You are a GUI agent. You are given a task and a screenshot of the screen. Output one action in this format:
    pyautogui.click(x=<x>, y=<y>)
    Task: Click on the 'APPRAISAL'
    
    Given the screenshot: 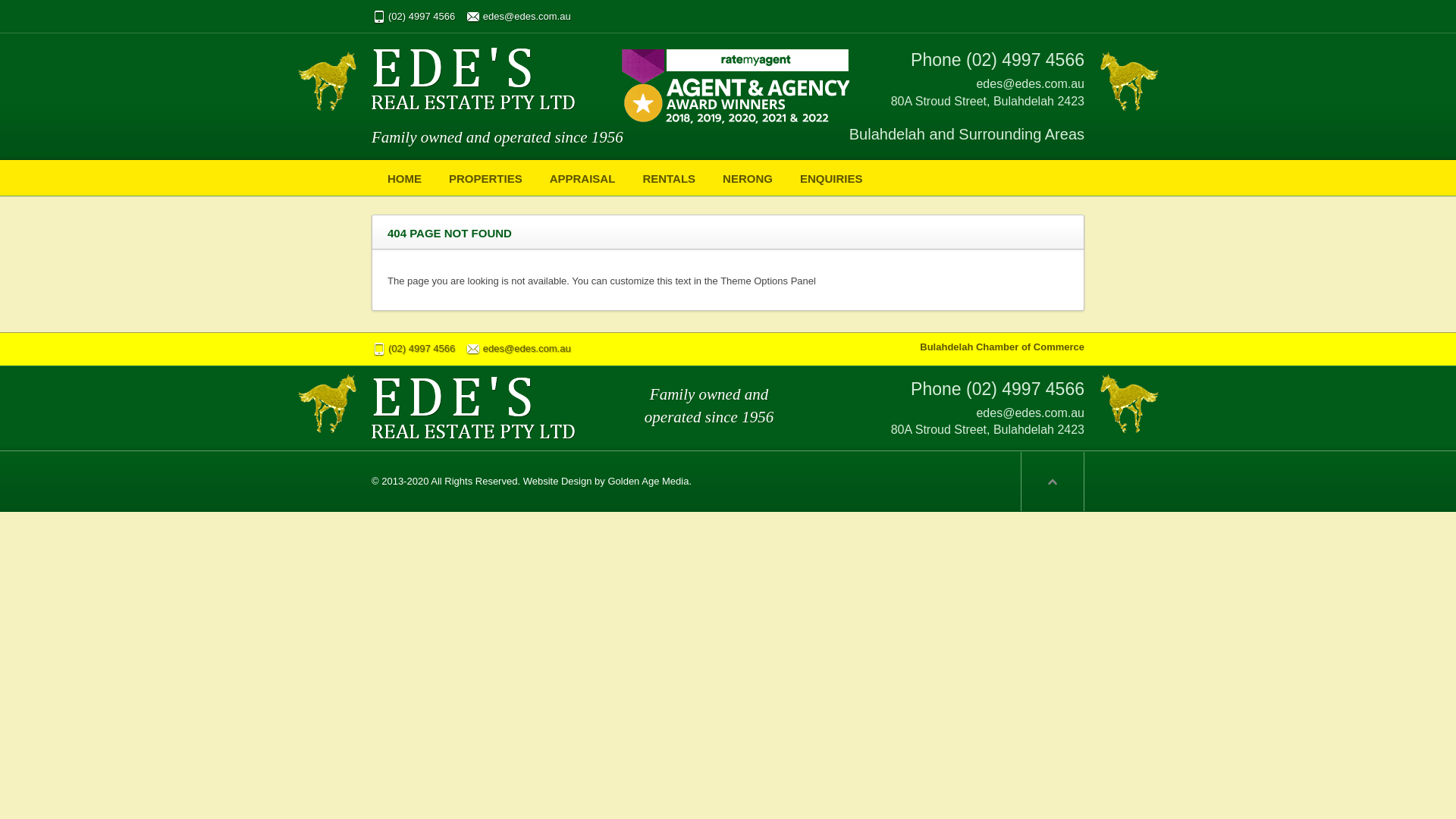 What is the action you would take?
    pyautogui.click(x=582, y=177)
    